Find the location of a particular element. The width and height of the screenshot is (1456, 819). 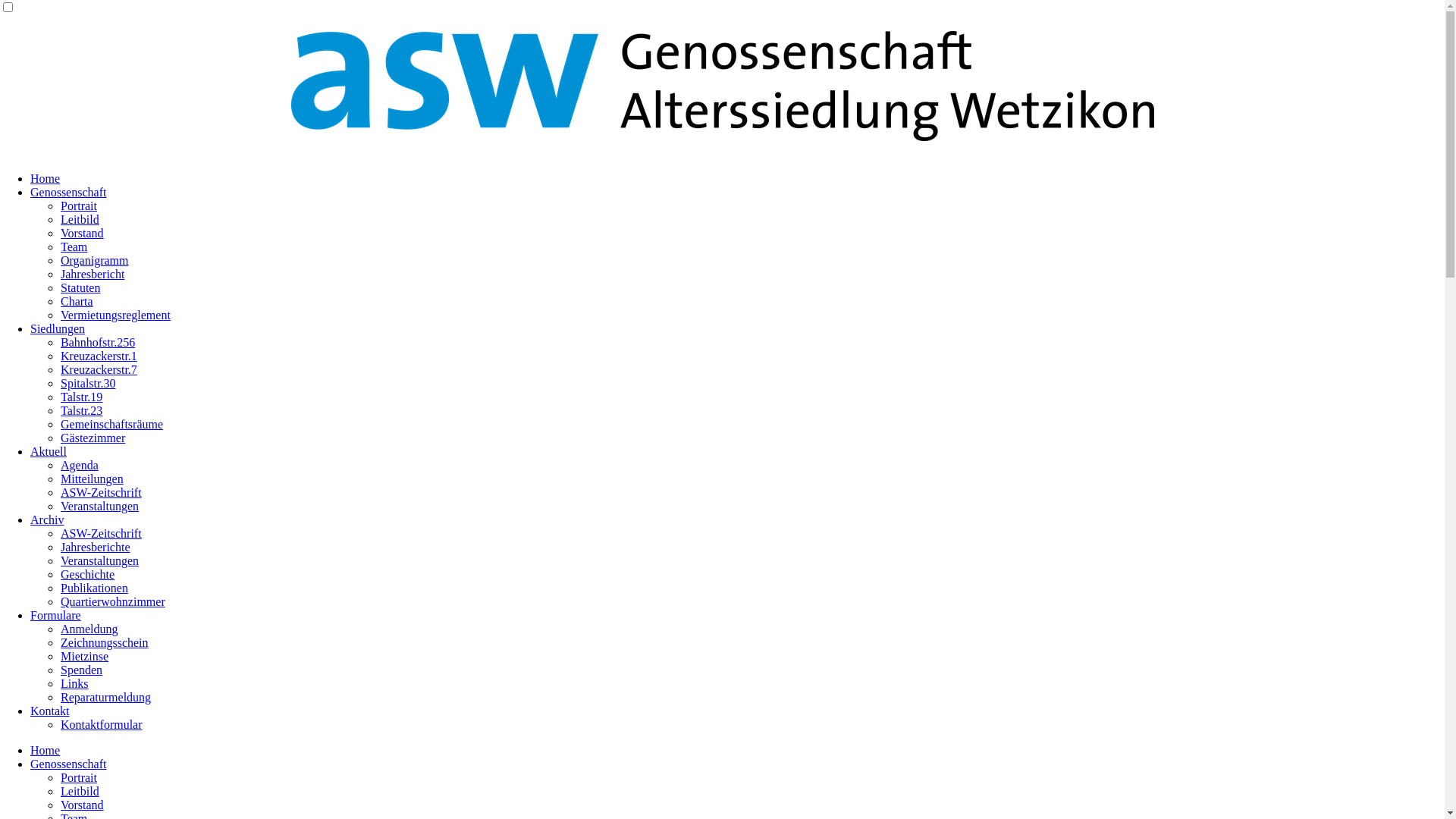

'Vermietungsreglement' is located at coordinates (115, 314).